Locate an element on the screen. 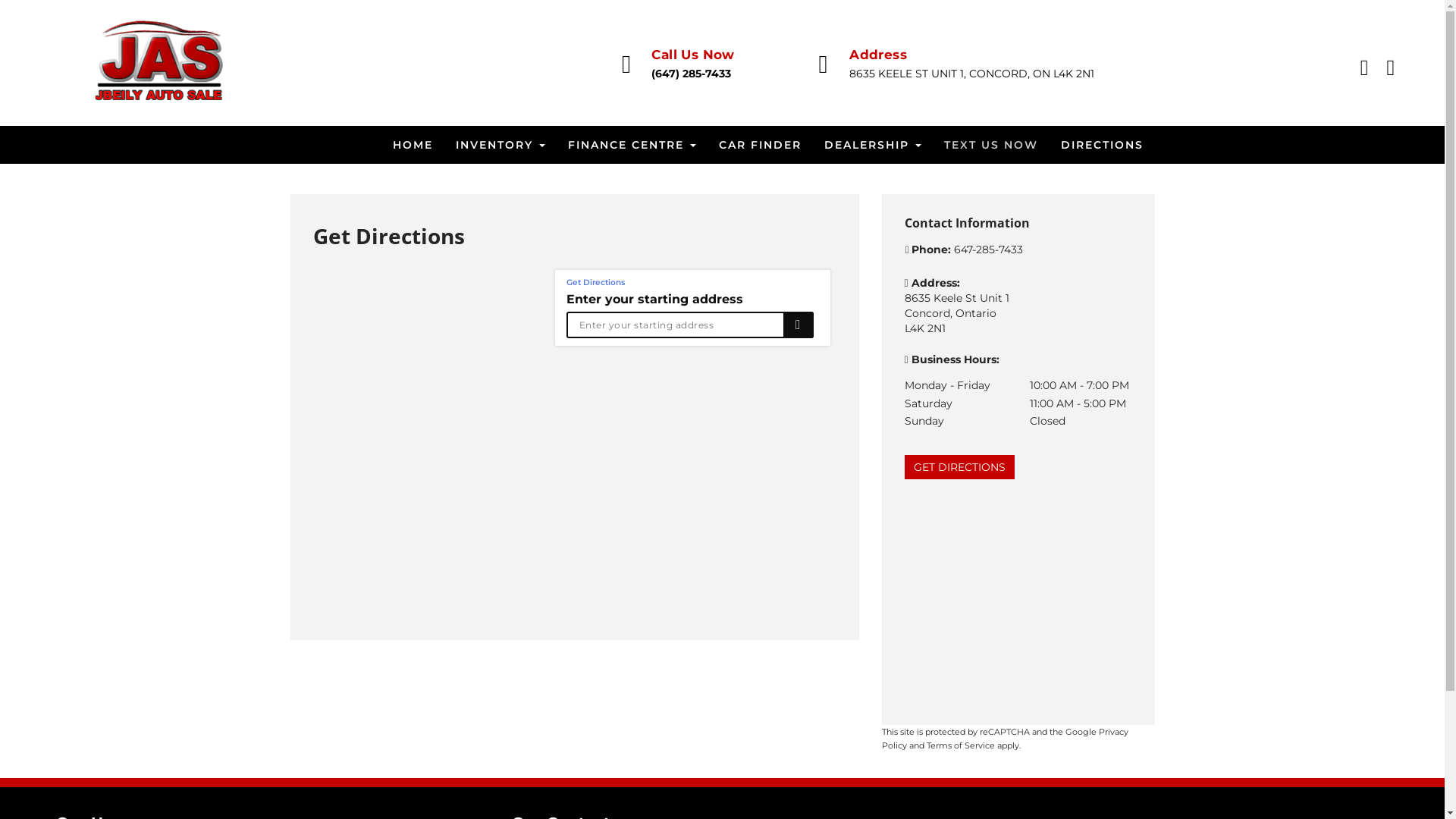 Image resolution: width=1456 pixels, height=819 pixels. 'HOME' is located at coordinates (381, 145).